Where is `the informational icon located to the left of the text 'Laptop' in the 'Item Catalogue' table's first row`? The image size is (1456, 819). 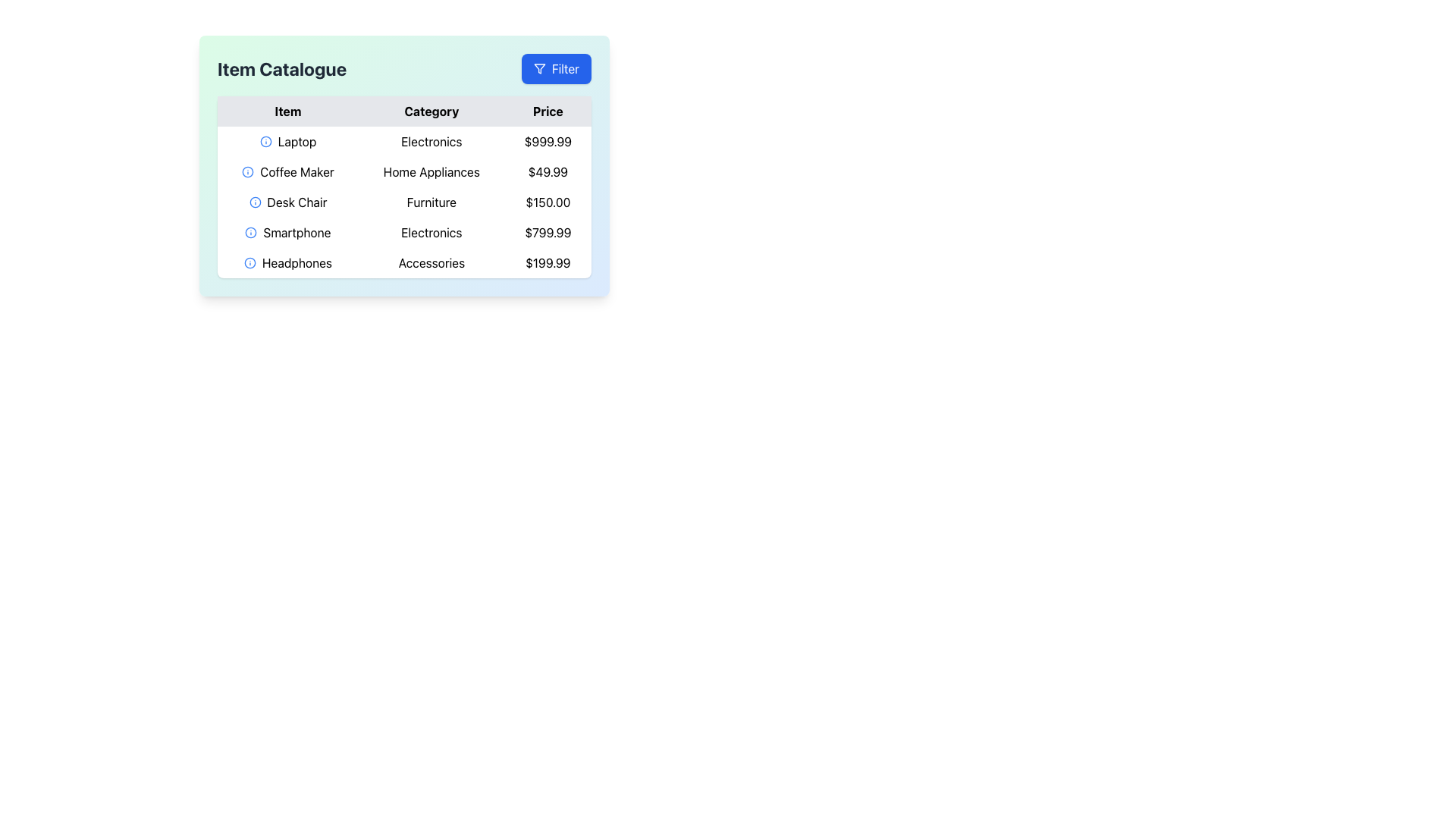
the informational icon located to the left of the text 'Laptop' in the 'Item Catalogue' table's first row is located at coordinates (265, 141).